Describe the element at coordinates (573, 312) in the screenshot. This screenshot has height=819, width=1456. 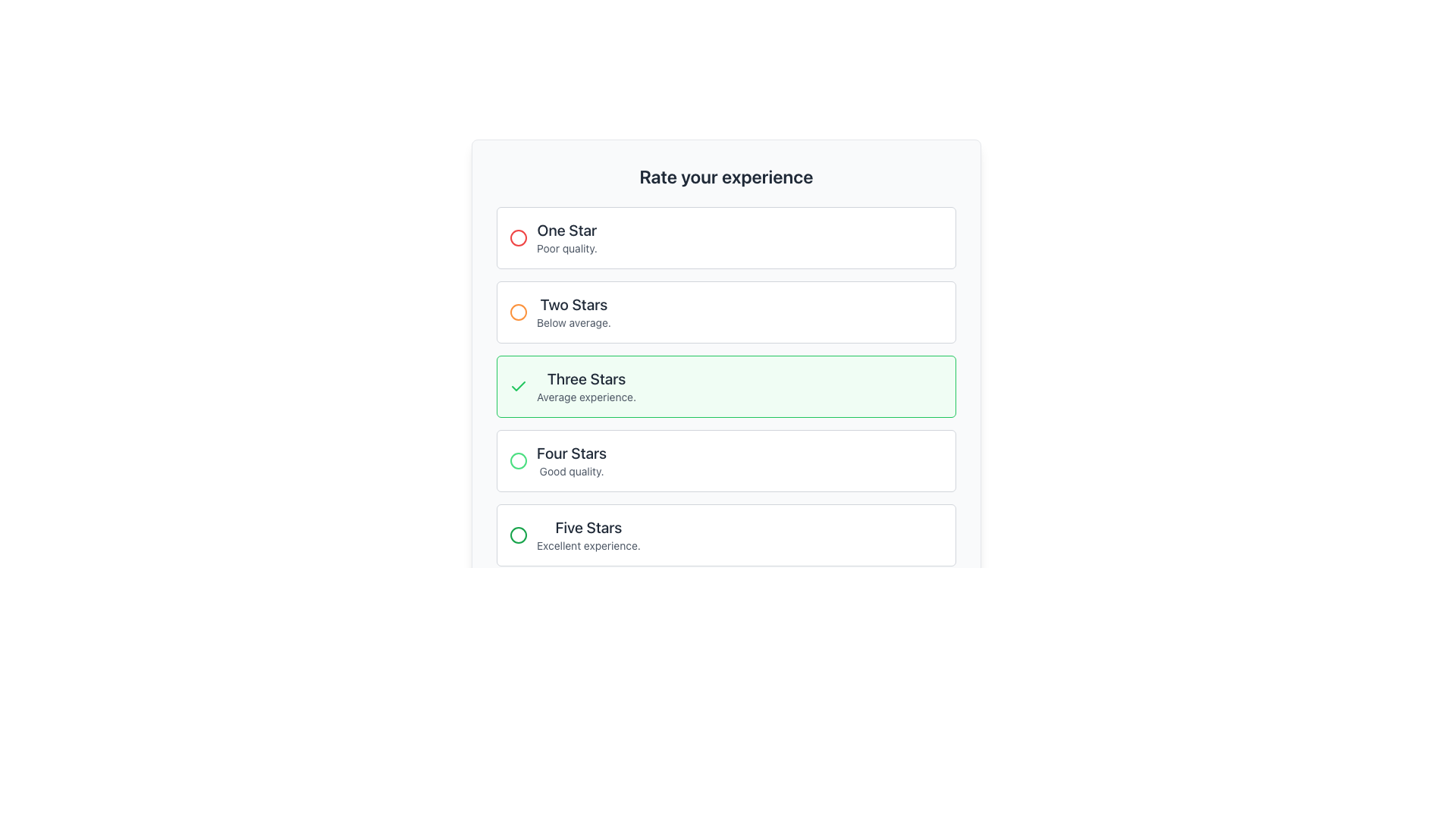
I see `label of the Text Block that conveys a rating option of 'Below average' with two stars, located in the second position of a vertical list of five options` at that location.